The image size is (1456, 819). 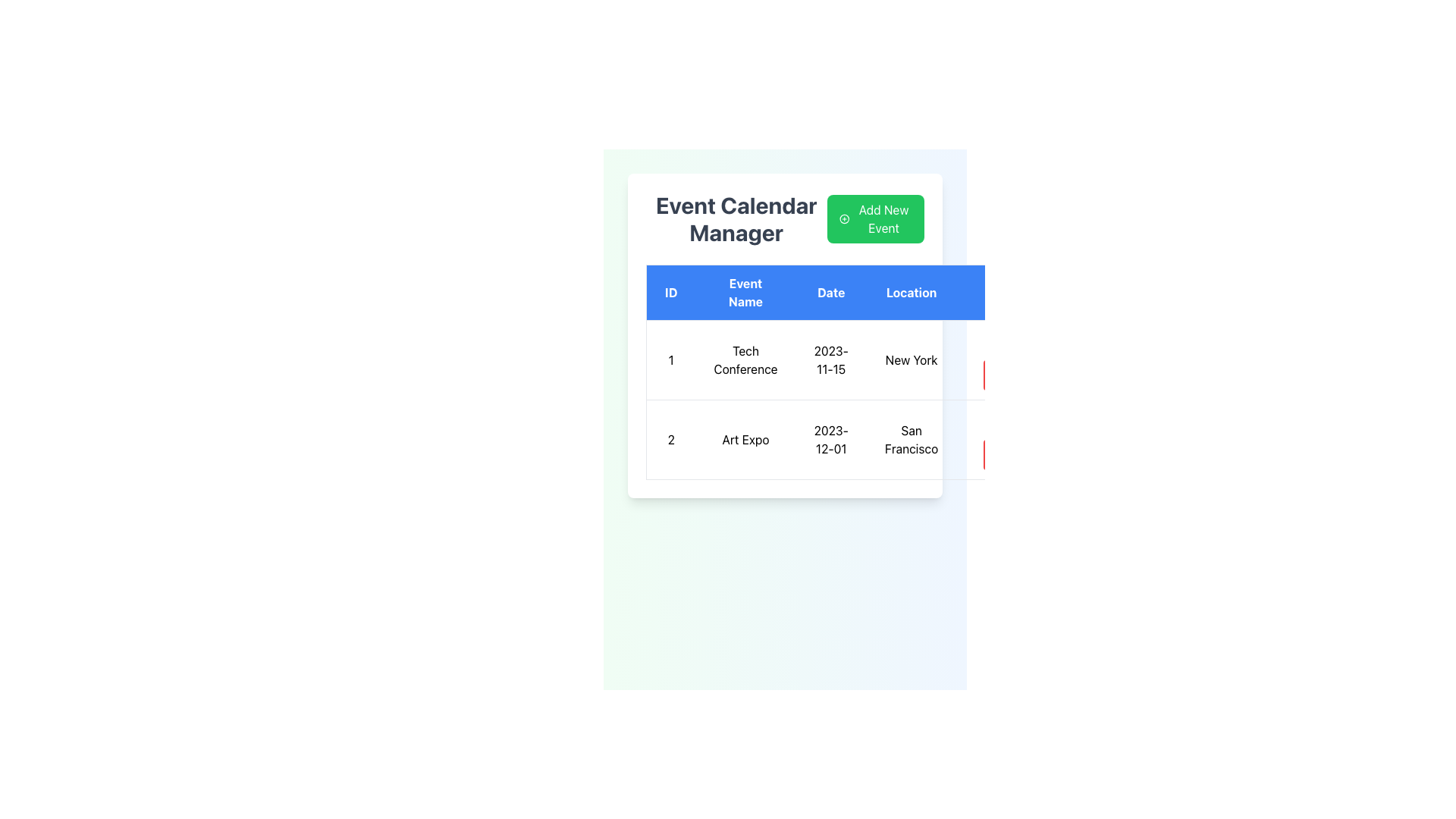 What do you see at coordinates (745, 359) in the screenshot?
I see `the static text label displaying 'Tech Conference' located in the second column of the first row of the table in the 'Event Calendar Manager' interface` at bounding box center [745, 359].